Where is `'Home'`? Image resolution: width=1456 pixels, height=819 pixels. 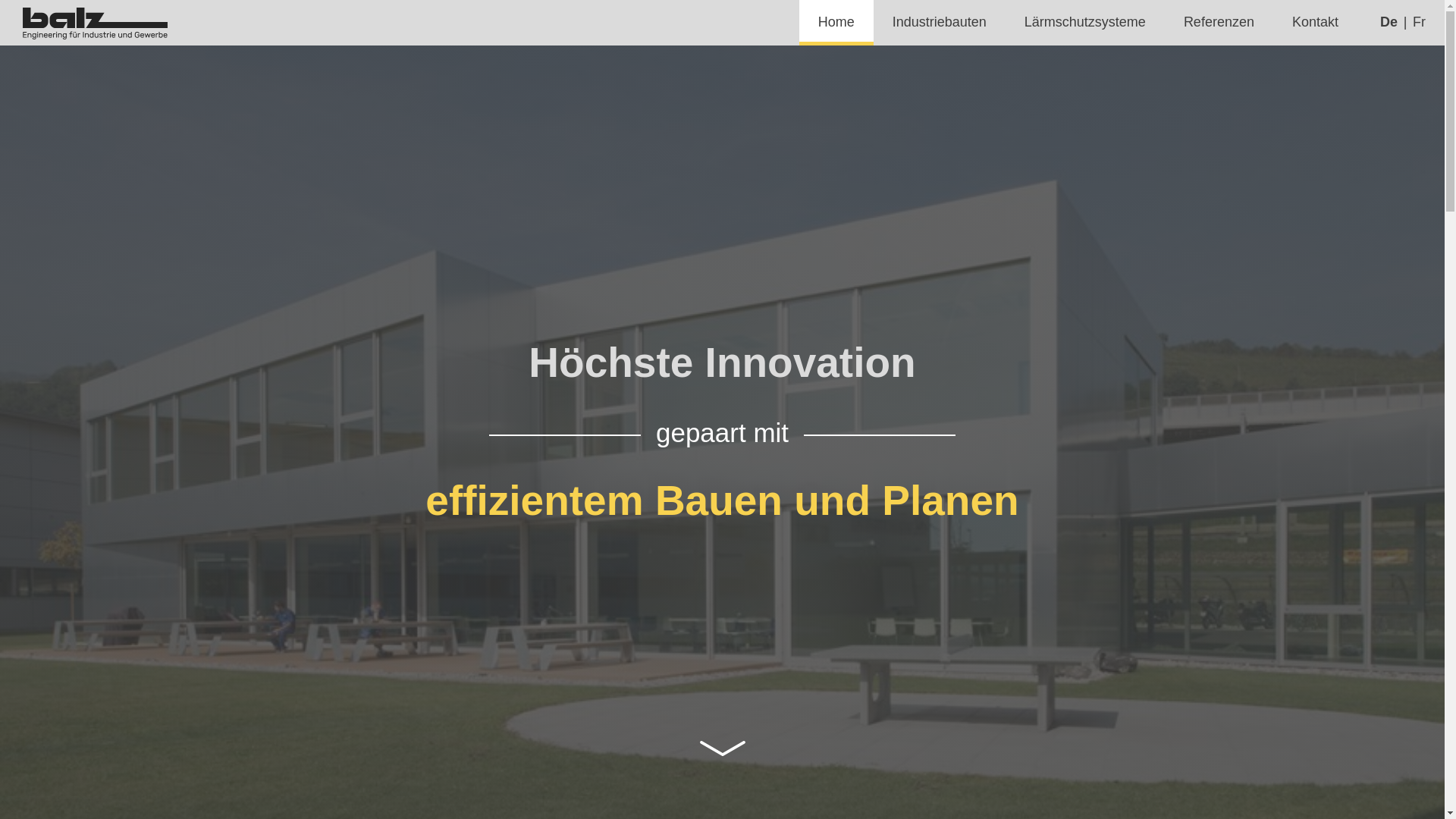
'Home' is located at coordinates (836, 23).